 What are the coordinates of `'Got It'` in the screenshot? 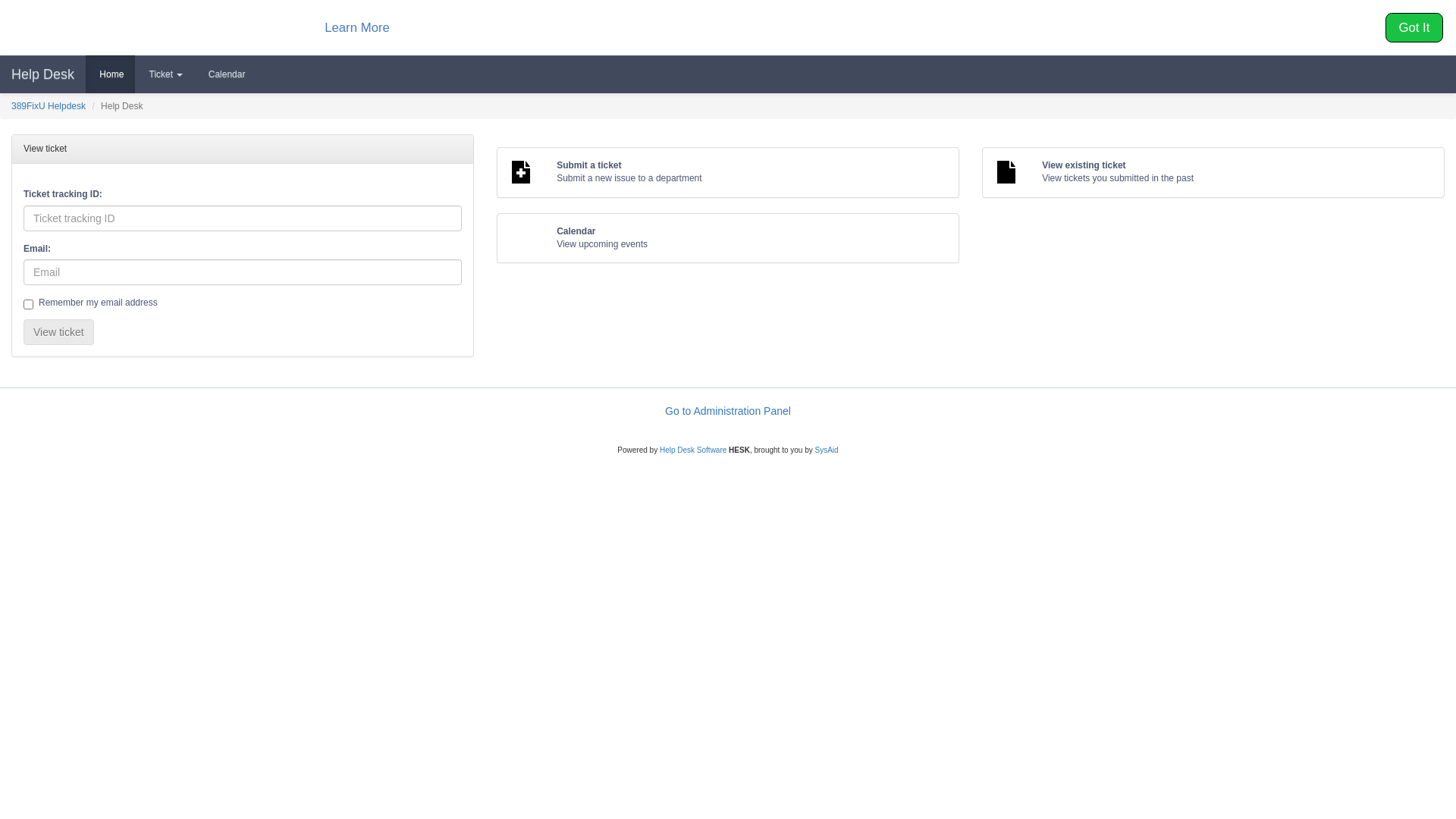 It's located at (1414, 27).